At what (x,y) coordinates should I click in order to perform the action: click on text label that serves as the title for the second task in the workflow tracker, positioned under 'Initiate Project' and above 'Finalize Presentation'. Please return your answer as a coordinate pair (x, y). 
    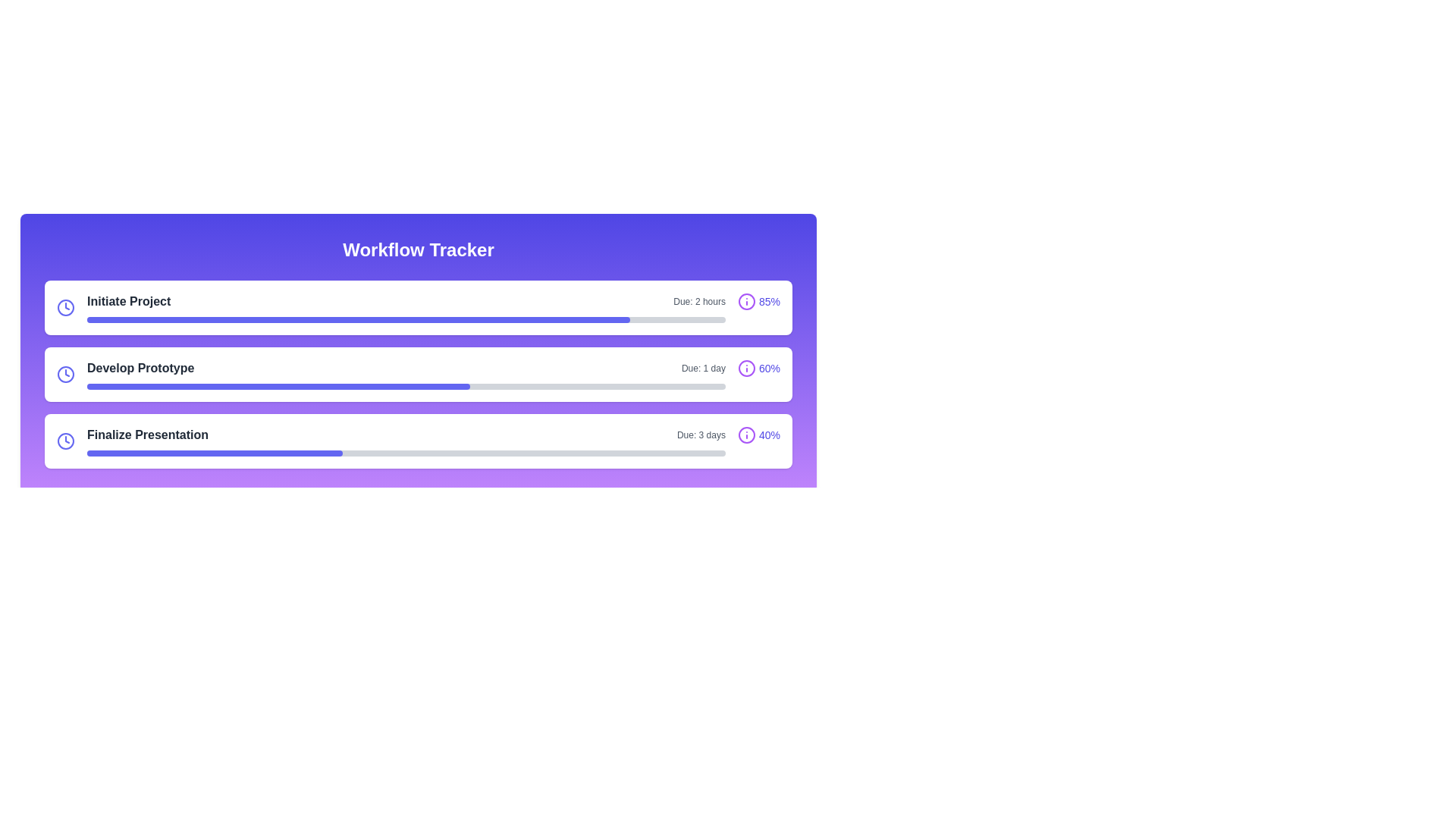
    Looking at the image, I should click on (140, 369).